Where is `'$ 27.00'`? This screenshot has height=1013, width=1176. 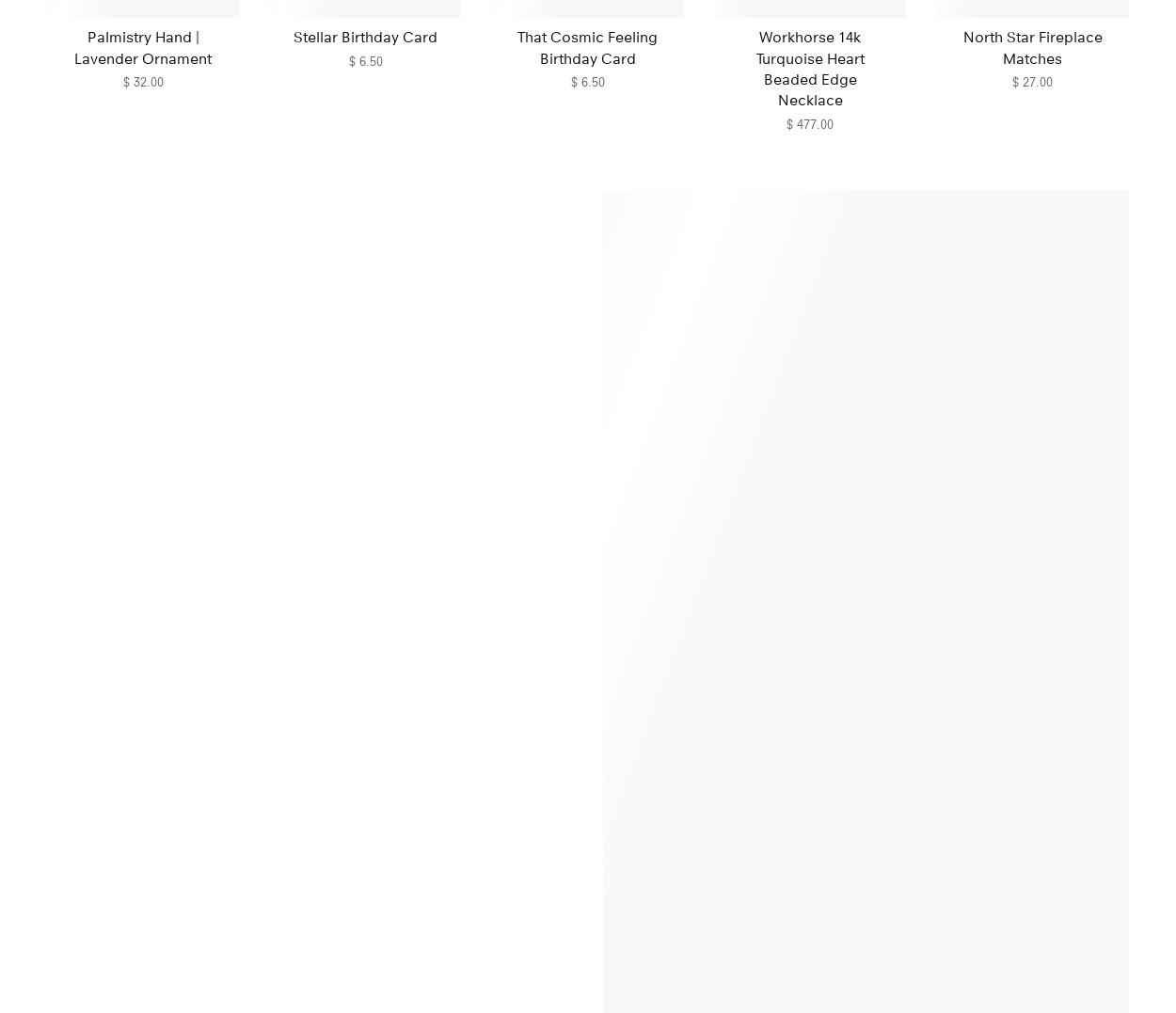 '$ 27.00' is located at coordinates (1011, 80).